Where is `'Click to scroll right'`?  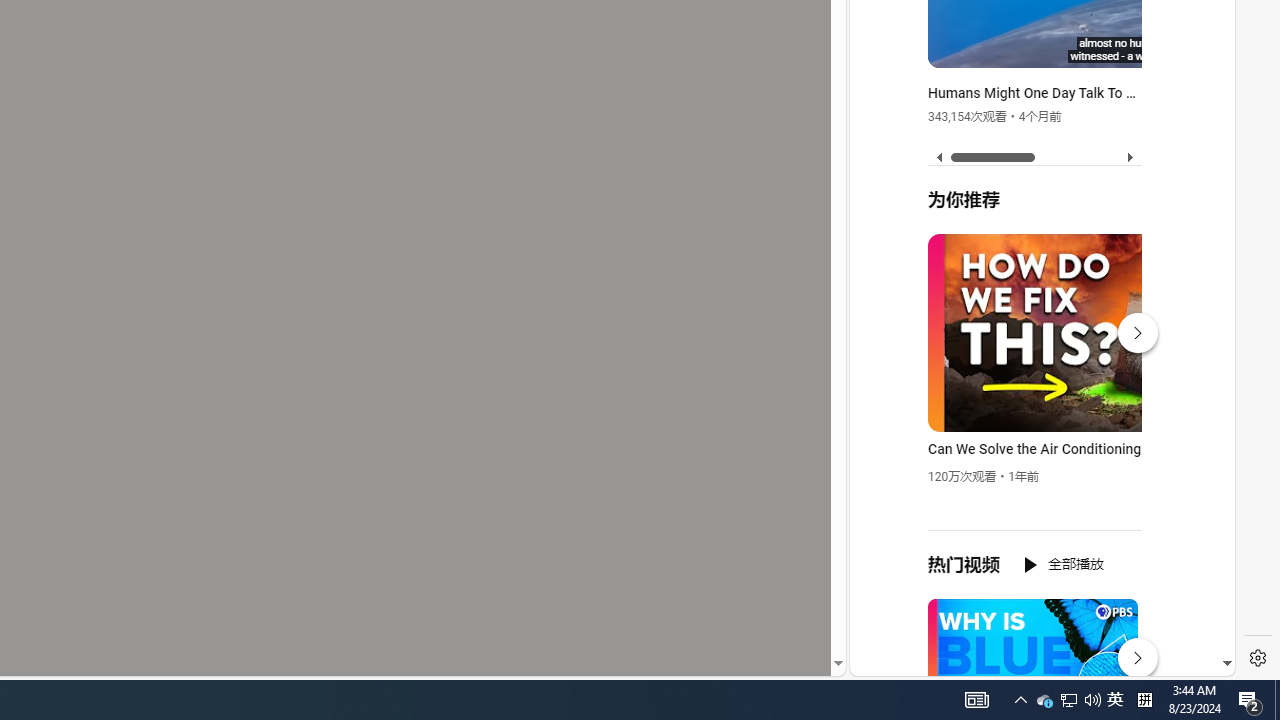 'Click to scroll right' is located at coordinates (1196, 82).